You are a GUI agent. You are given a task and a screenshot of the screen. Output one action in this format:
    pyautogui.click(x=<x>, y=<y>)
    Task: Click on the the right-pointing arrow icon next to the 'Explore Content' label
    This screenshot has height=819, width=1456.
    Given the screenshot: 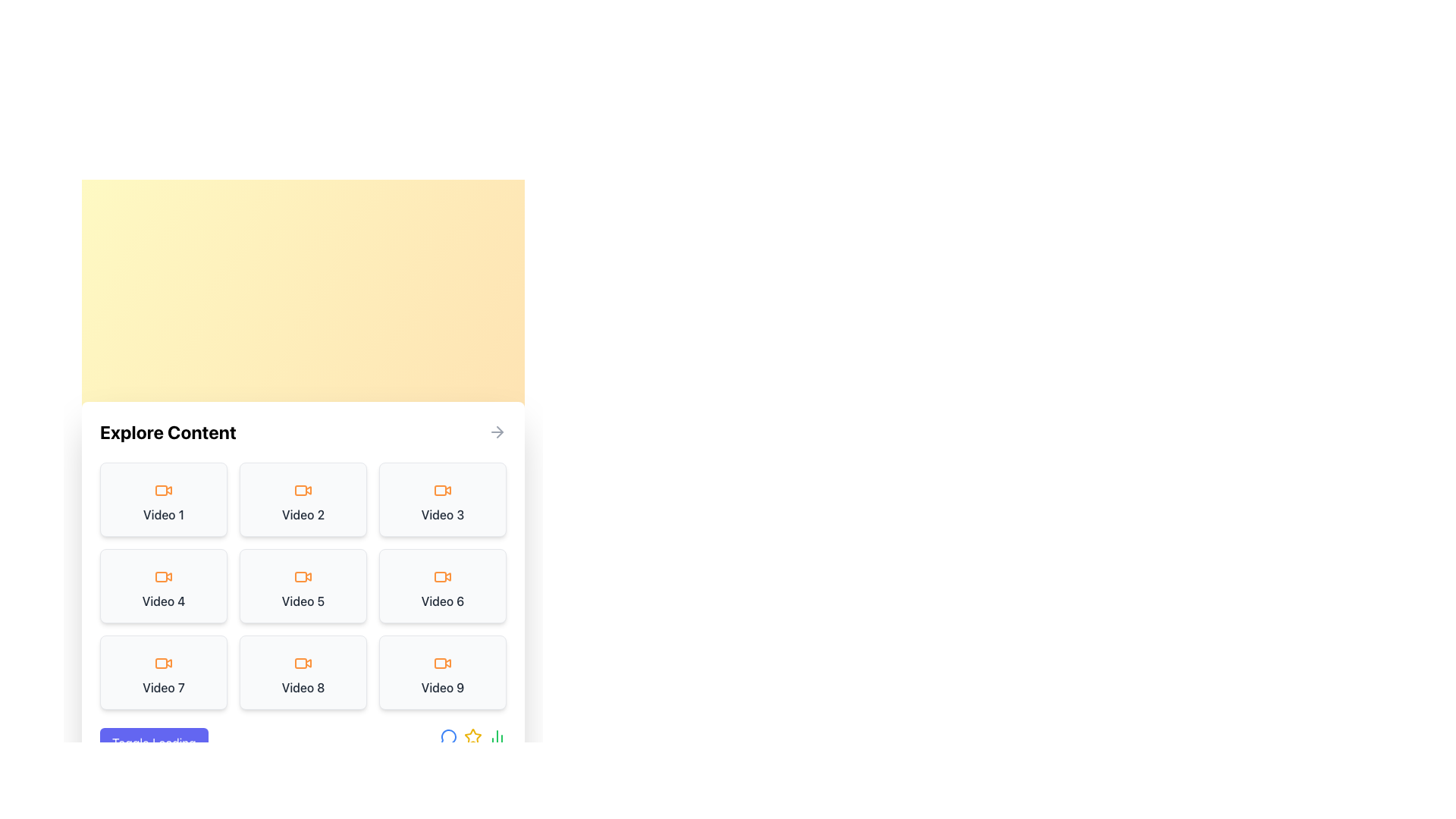 What is the action you would take?
    pyautogui.click(x=497, y=432)
    